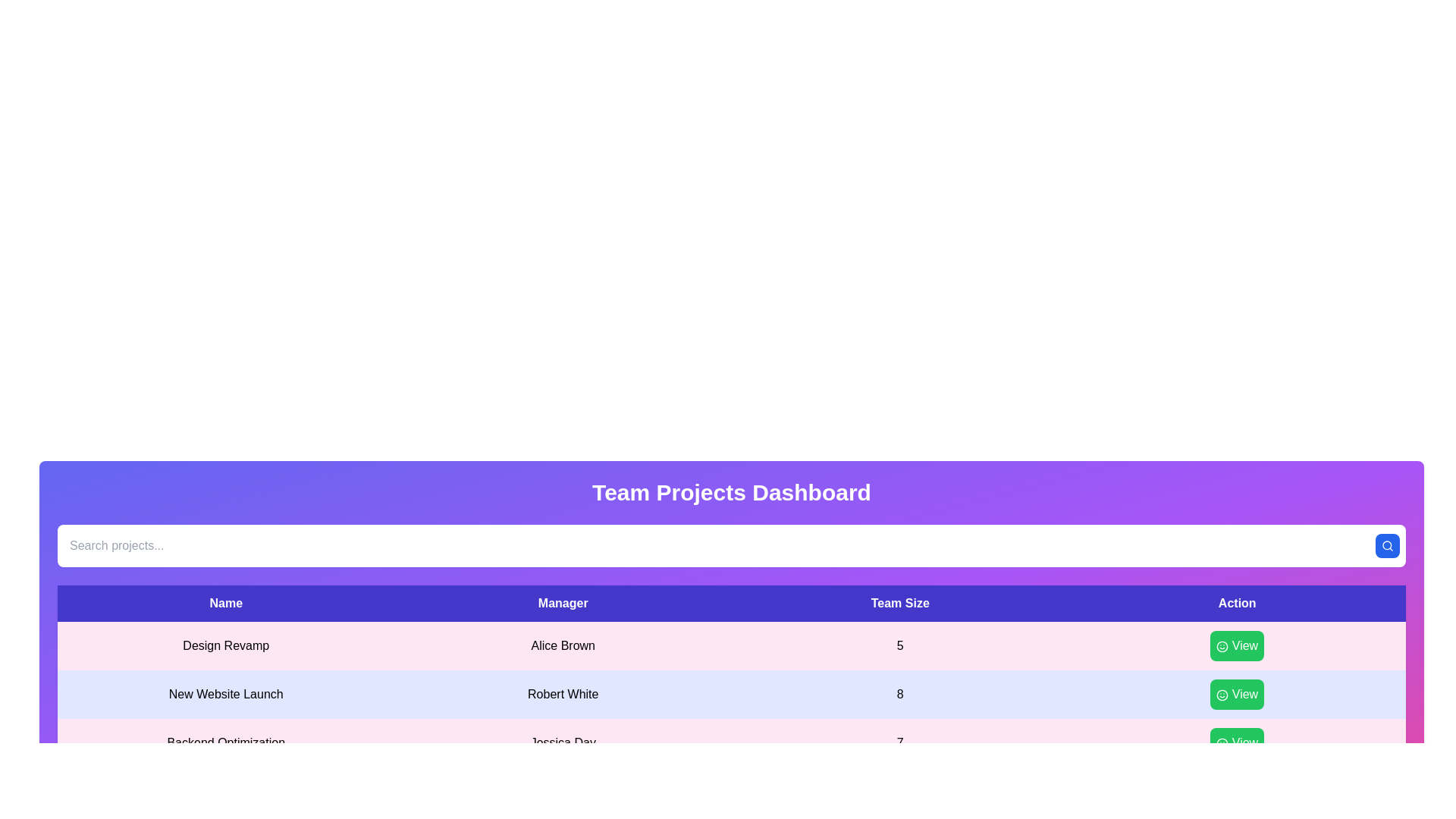 This screenshot has width=1456, height=819. What do you see at coordinates (1222, 742) in the screenshot?
I see `the Decorative Icon, a circular smiling face located to the left of the 'View' button in the 'Action' column for 'Backend Optimization'` at bounding box center [1222, 742].